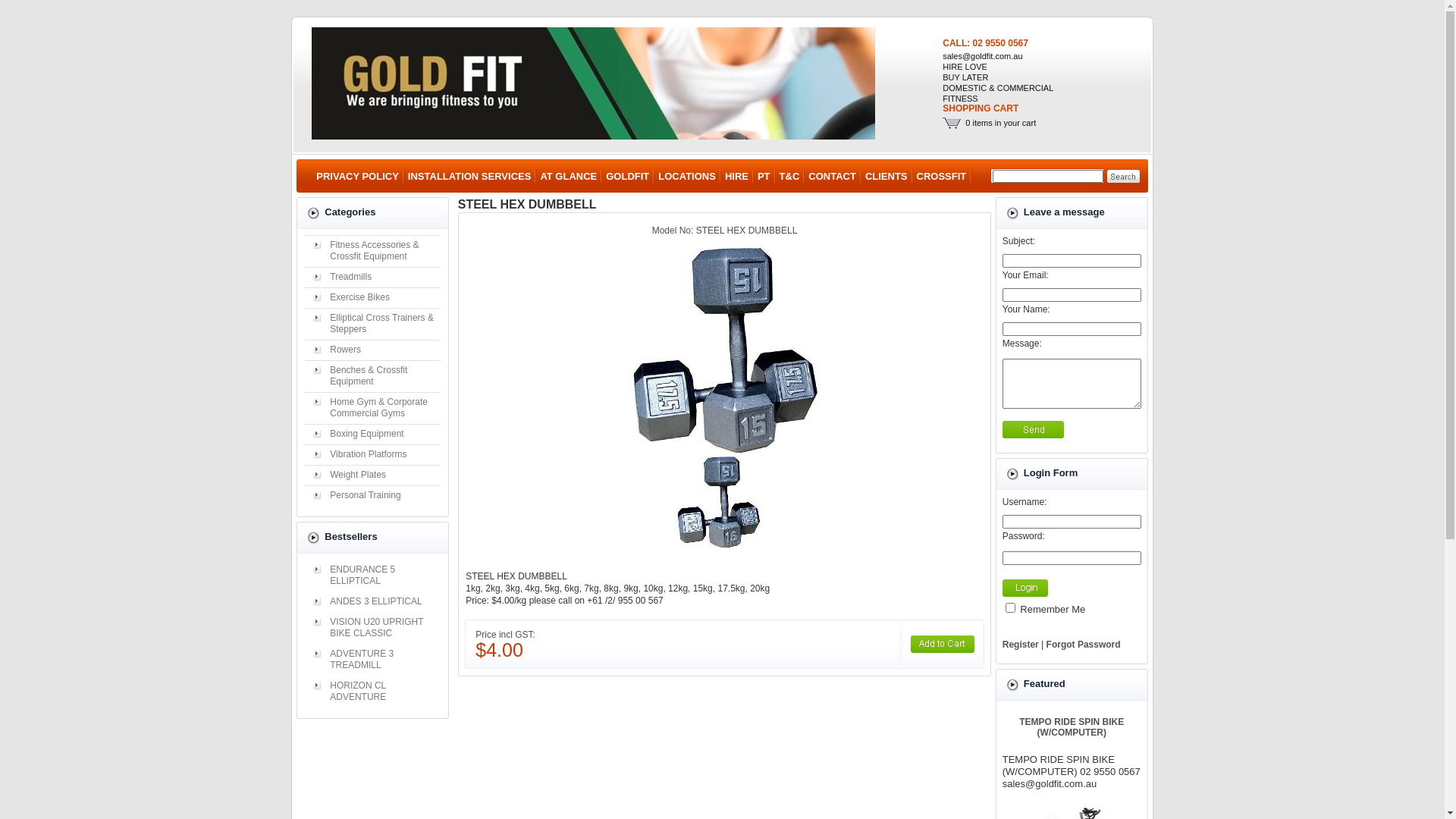 The width and height of the screenshot is (1456, 819). What do you see at coordinates (941, 174) in the screenshot?
I see `'CROSSFIT'` at bounding box center [941, 174].